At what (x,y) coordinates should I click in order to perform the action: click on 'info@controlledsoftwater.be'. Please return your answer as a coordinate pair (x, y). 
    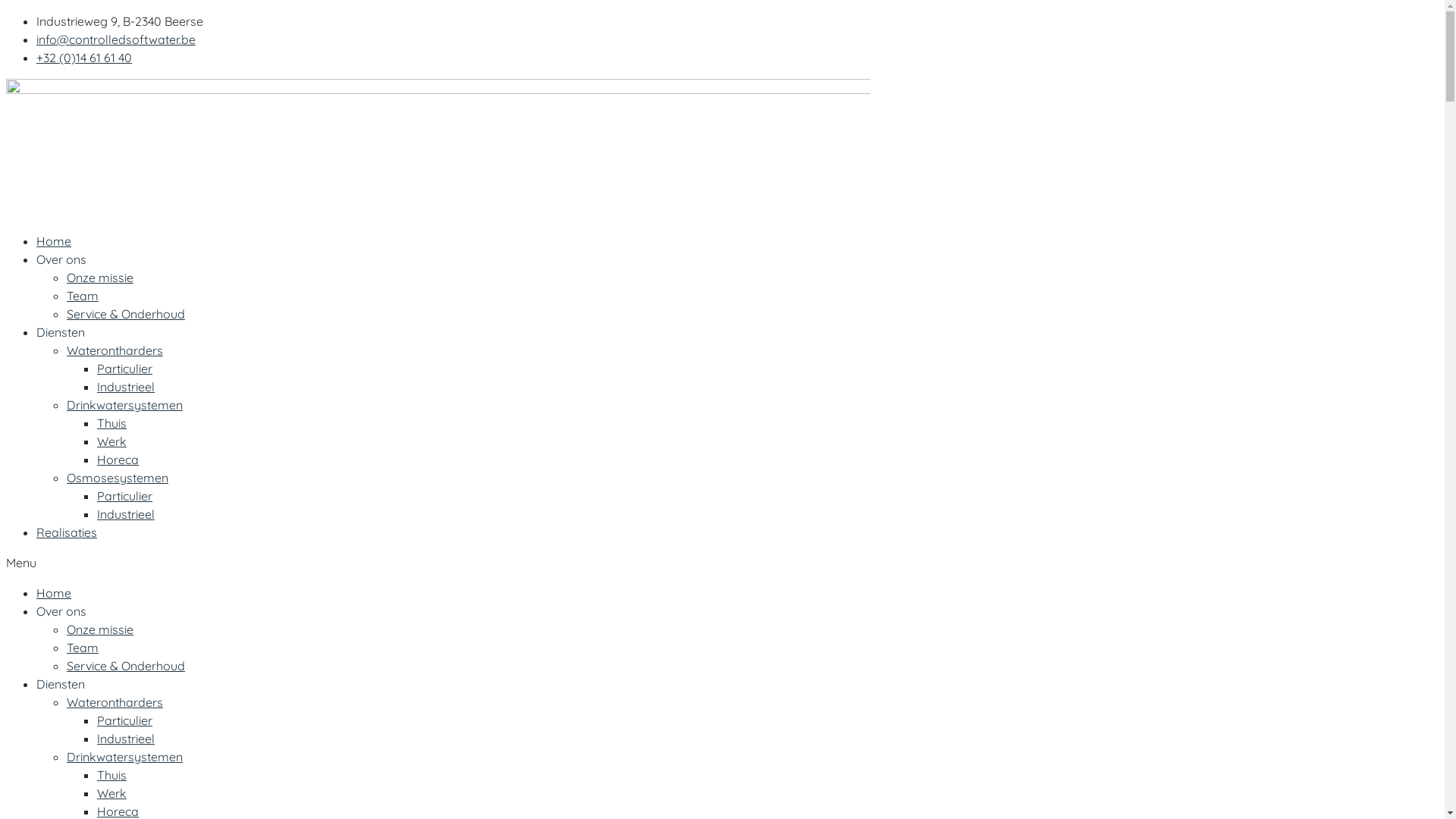
    Looking at the image, I should click on (115, 38).